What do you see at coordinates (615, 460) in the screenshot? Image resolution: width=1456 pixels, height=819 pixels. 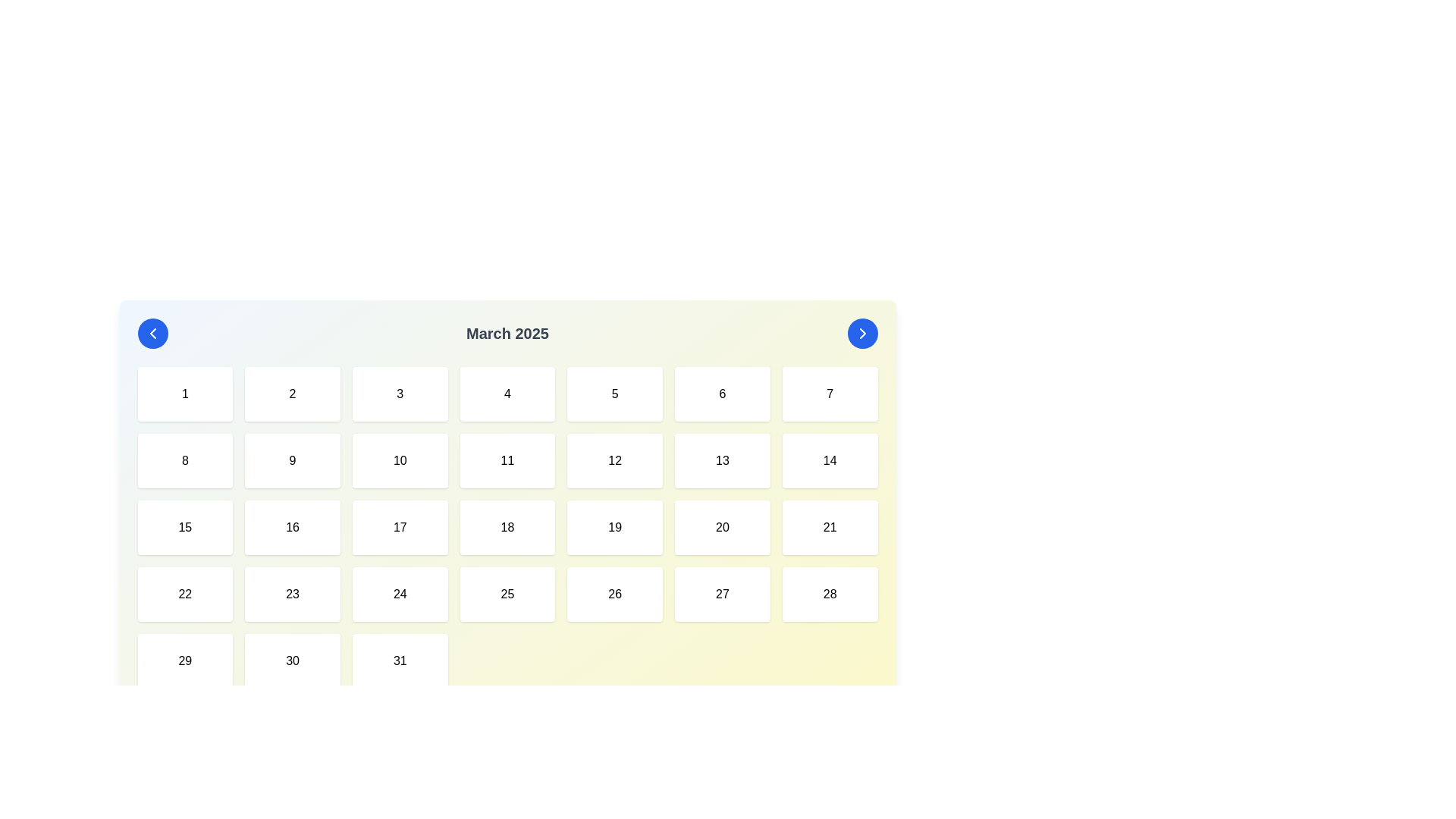 I see `the clickable date box displaying the number '12' in black text, located in the second row and fifth column of the grid` at bounding box center [615, 460].